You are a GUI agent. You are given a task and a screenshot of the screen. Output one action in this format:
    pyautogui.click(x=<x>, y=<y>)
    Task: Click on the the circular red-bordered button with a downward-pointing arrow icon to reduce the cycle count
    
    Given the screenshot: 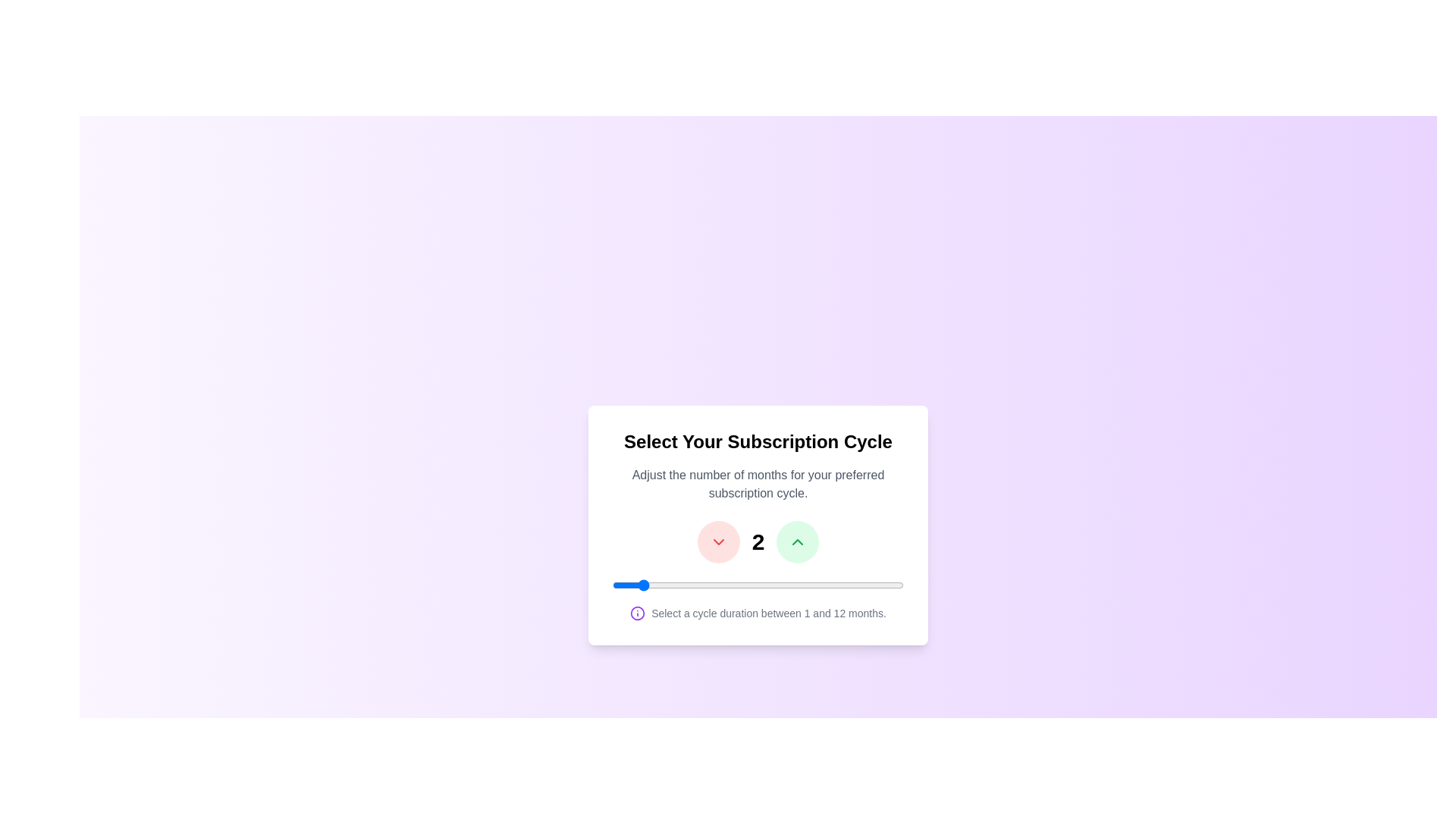 What is the action you would take?
    pyautogui.click(x=717, y=541)
    